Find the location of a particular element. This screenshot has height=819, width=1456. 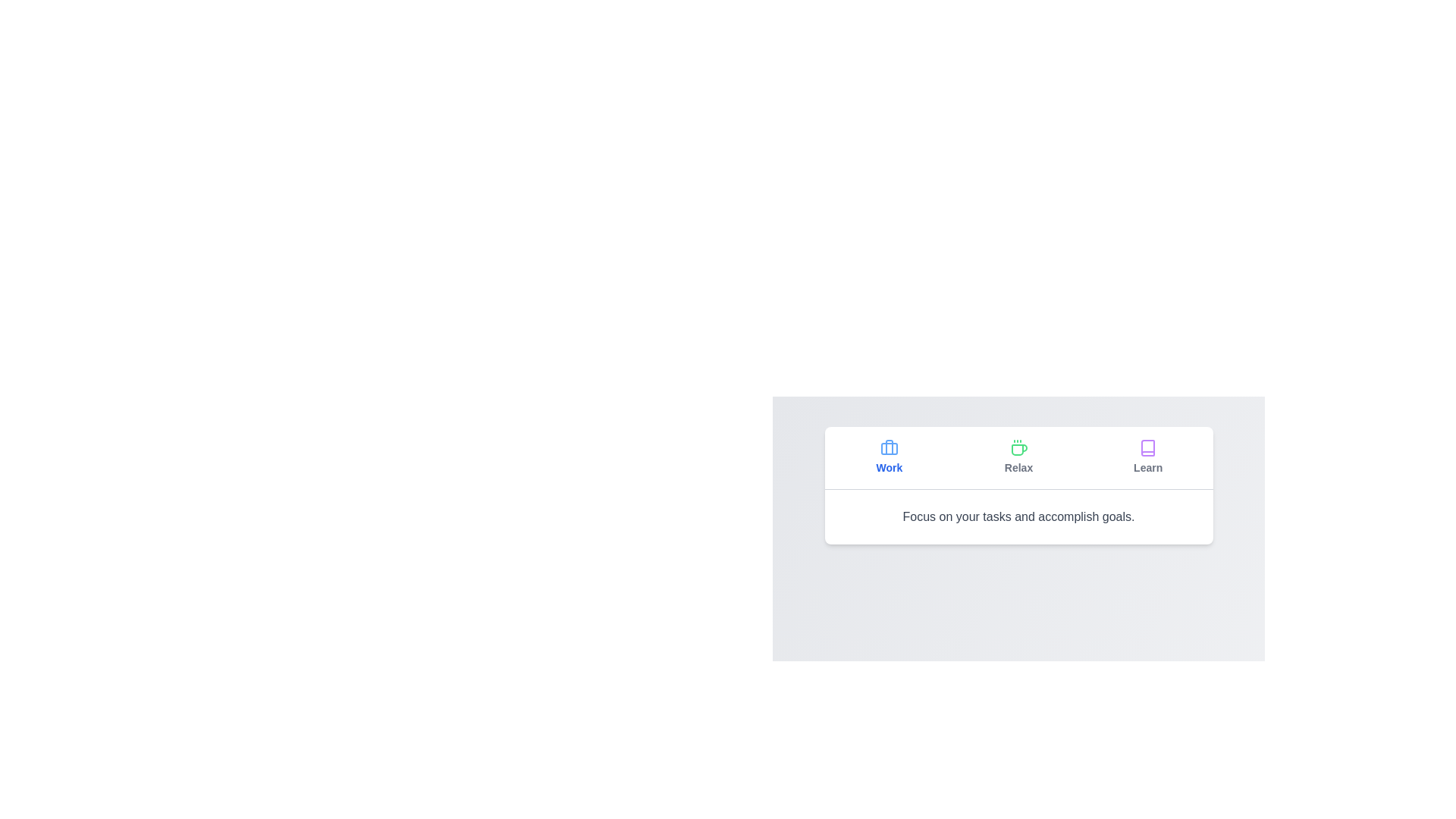

the Learn tab to switch to it is located at coordinates (1148, 457).